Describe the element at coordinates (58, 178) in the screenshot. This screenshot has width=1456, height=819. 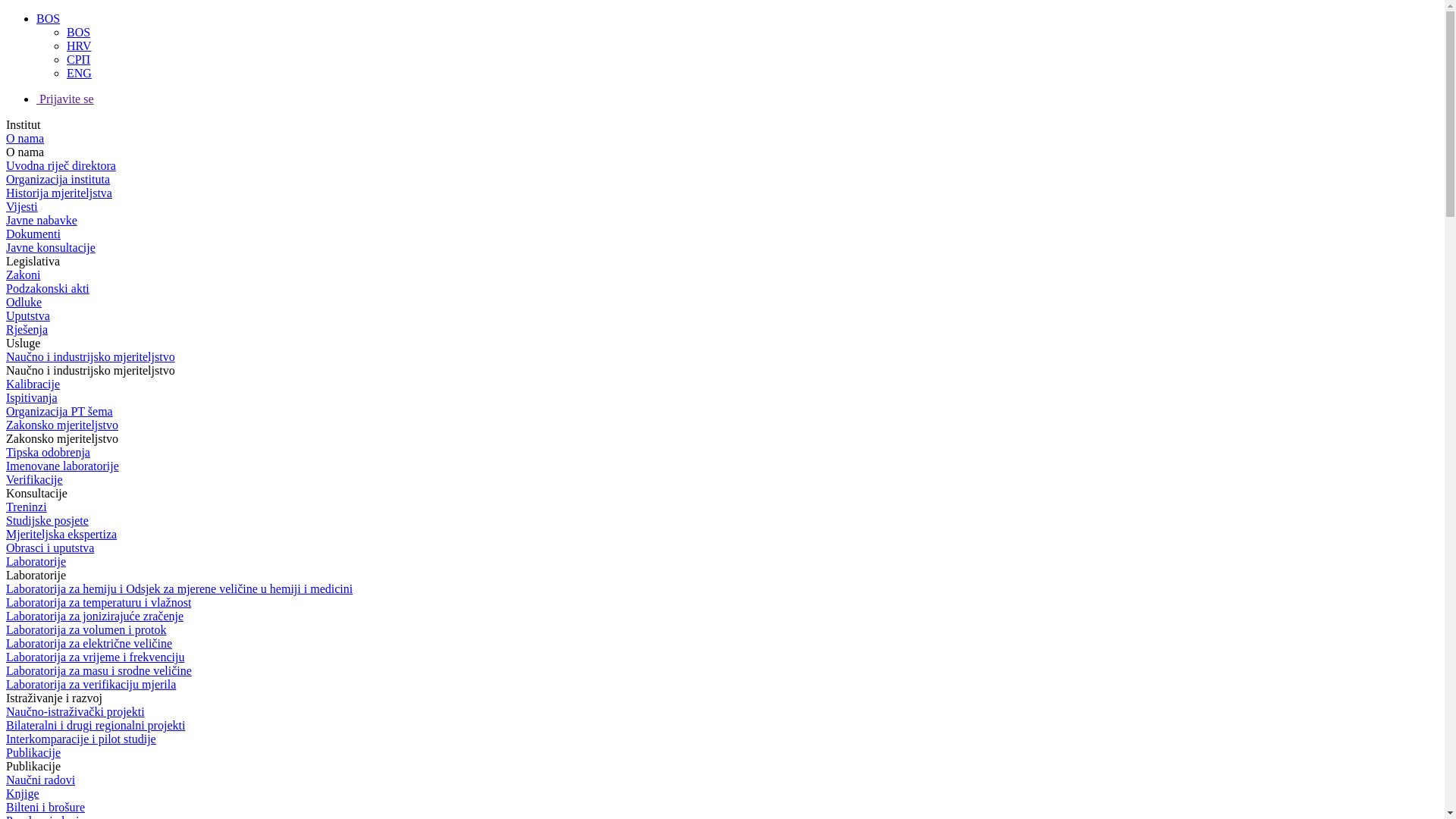
I see `'Organizacija instituta'` at that location.